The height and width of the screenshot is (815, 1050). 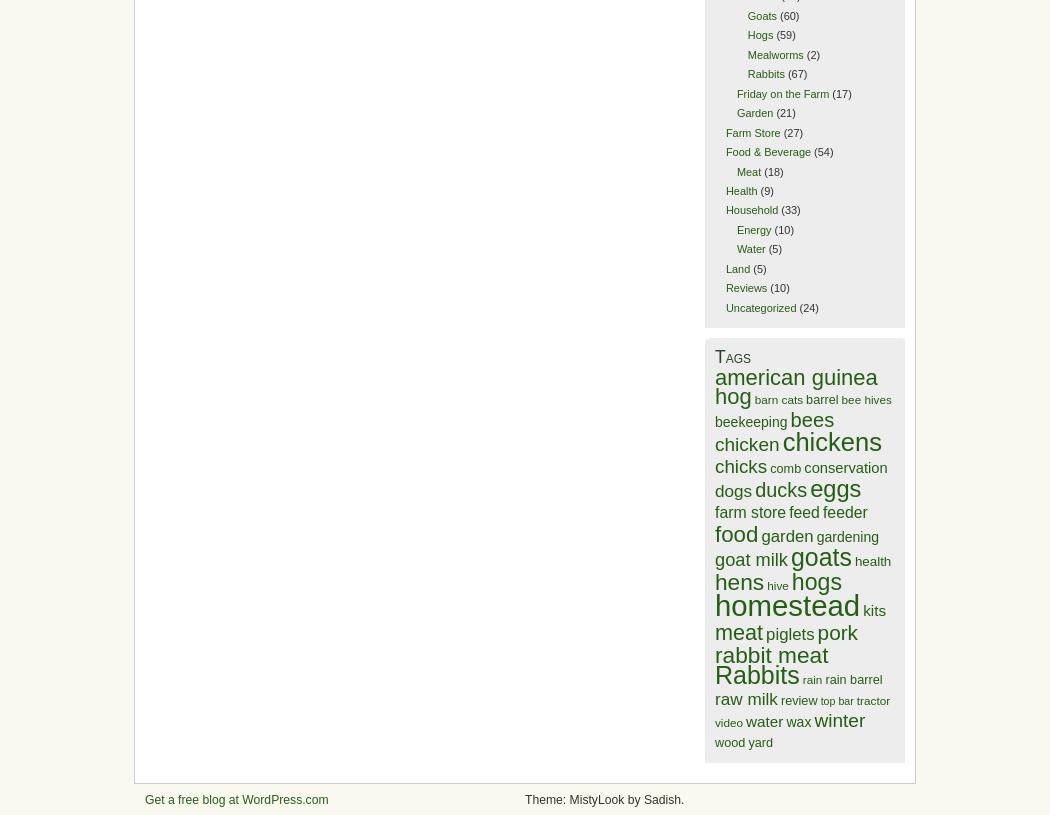 What do you see at coordinates (810, 677) in the screenshot?
I see `'rain'` at bounding box center [810, 677].